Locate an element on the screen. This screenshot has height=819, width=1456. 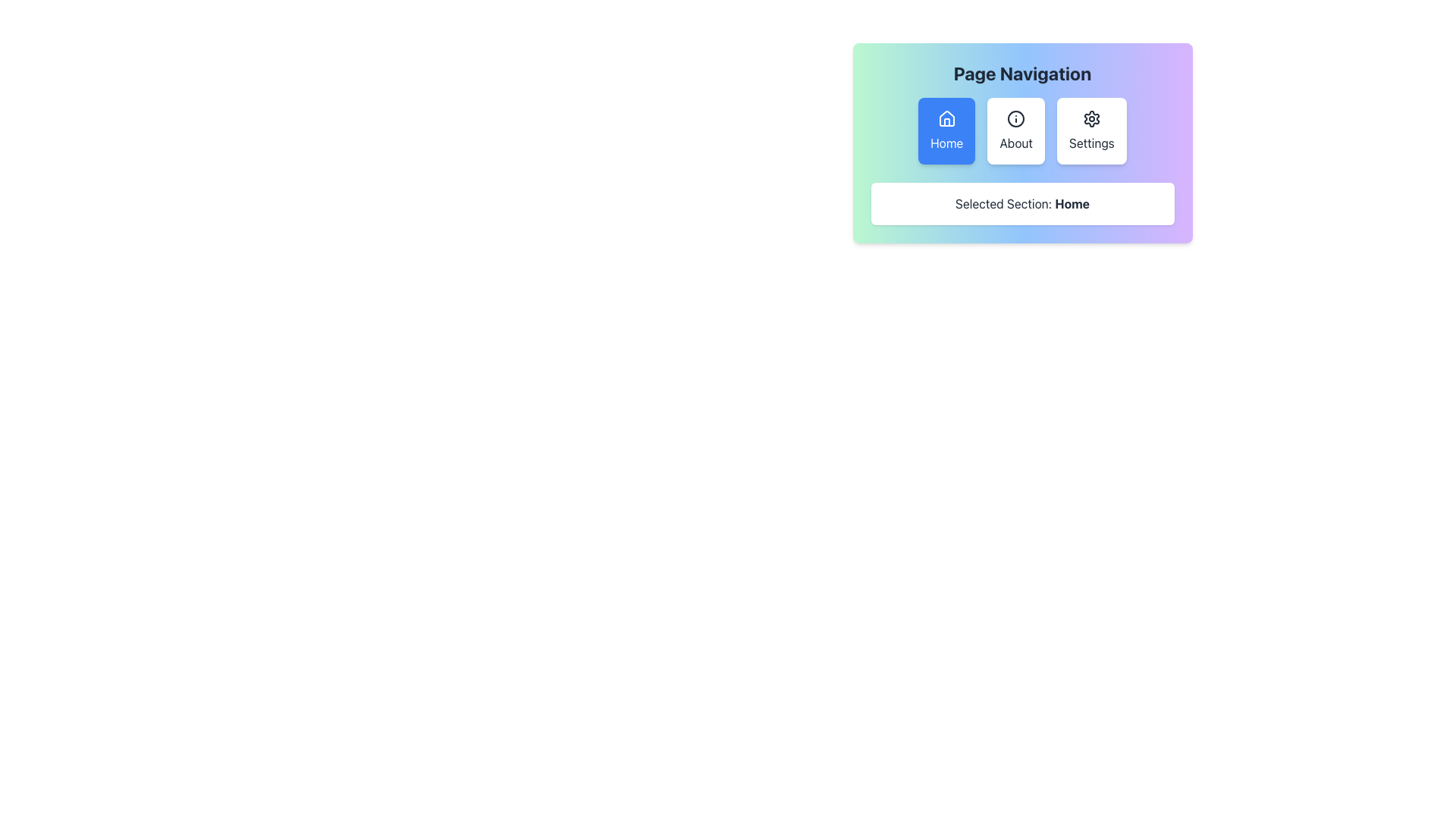
the 'Home' icon, which is a minimalistic house symbol centered within a blue rectangular button labeled 'Home' is located at coordinates (946, 118).